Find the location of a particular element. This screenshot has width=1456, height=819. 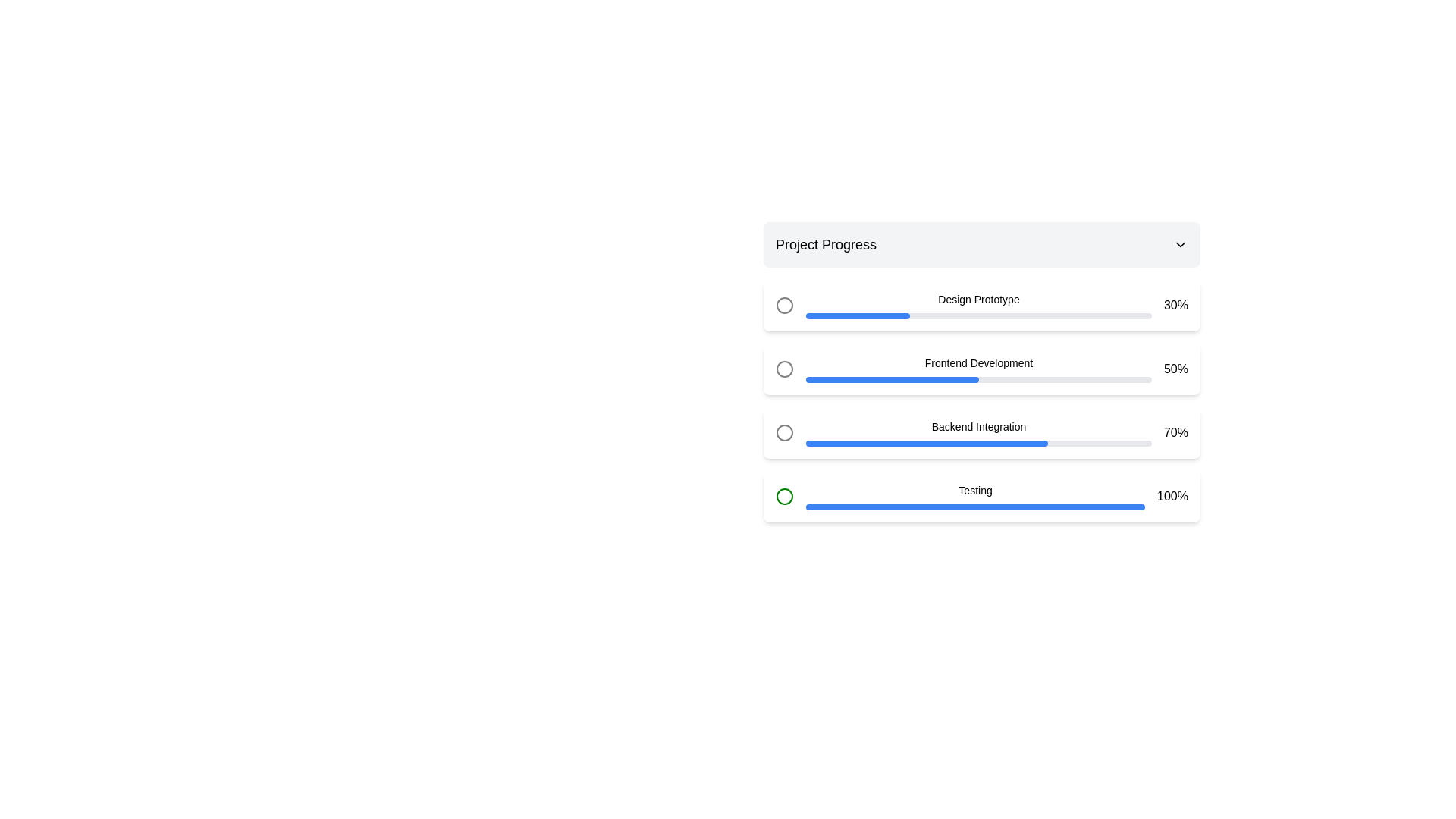

the Progress tracker component that displays 'Backend Integration' with a blue progress bar and '70%' percentage, located centrally in the interface is located at coordinates (982, 432).